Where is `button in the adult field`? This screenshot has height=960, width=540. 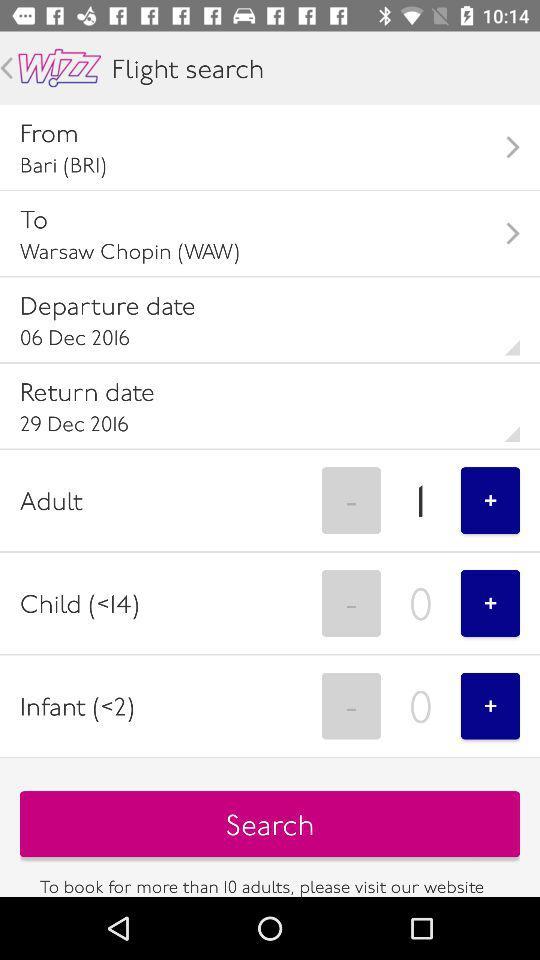
button in the adult field is located at coordinates (489, 499).